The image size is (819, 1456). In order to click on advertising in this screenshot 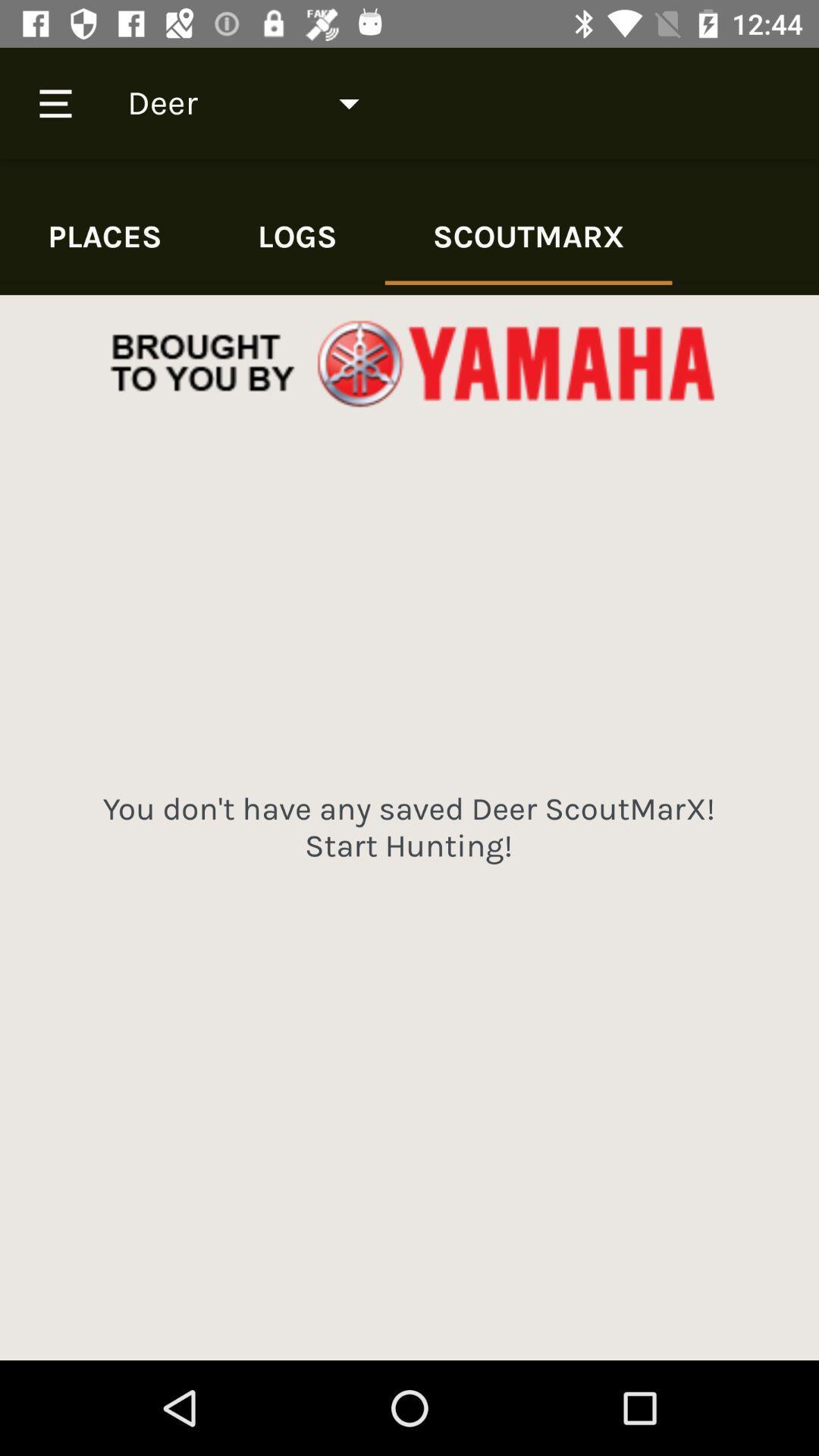, I will do `click(409, 365)`.